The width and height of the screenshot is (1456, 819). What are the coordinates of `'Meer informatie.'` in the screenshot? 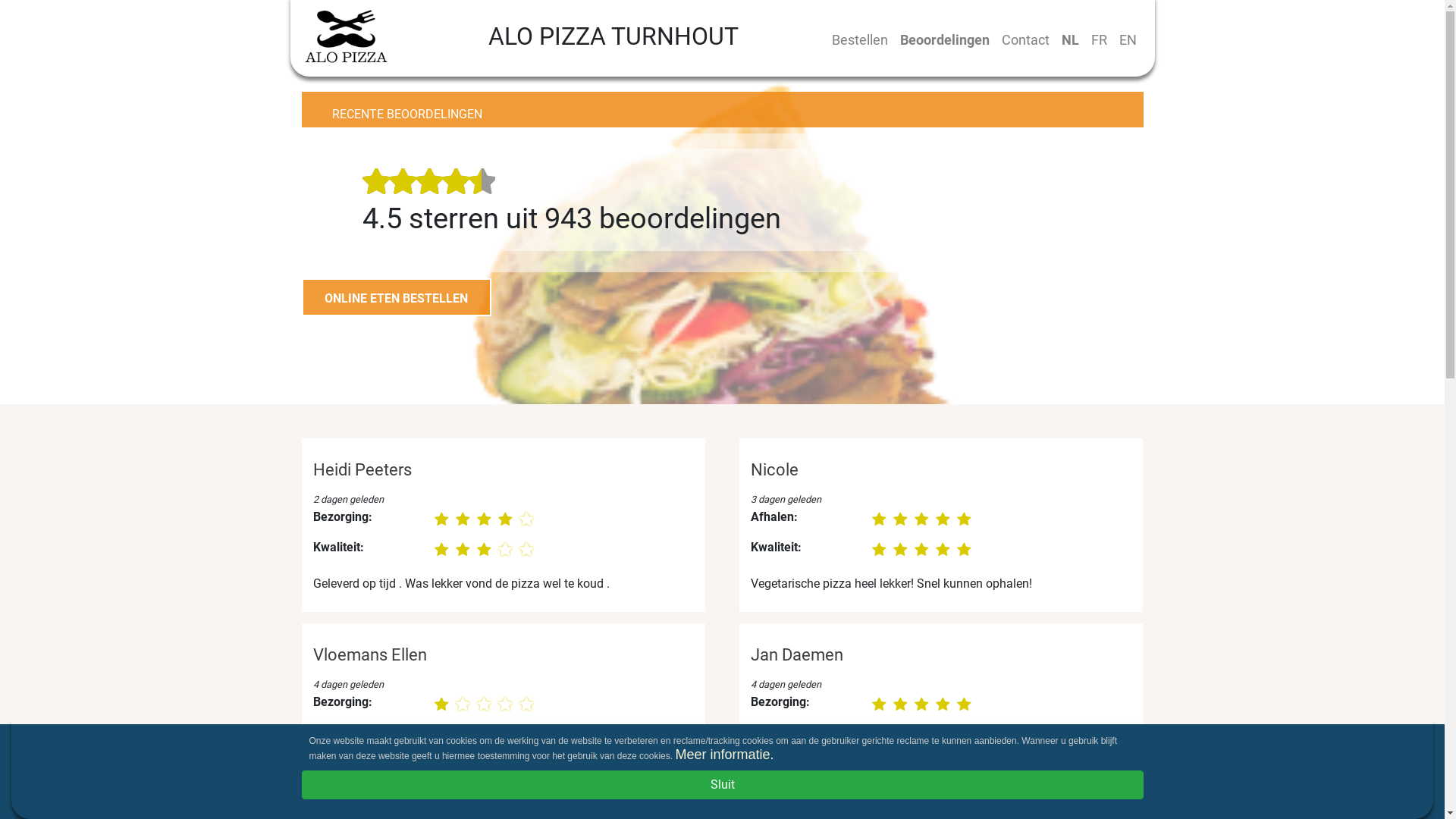 It's located at (673, 755).